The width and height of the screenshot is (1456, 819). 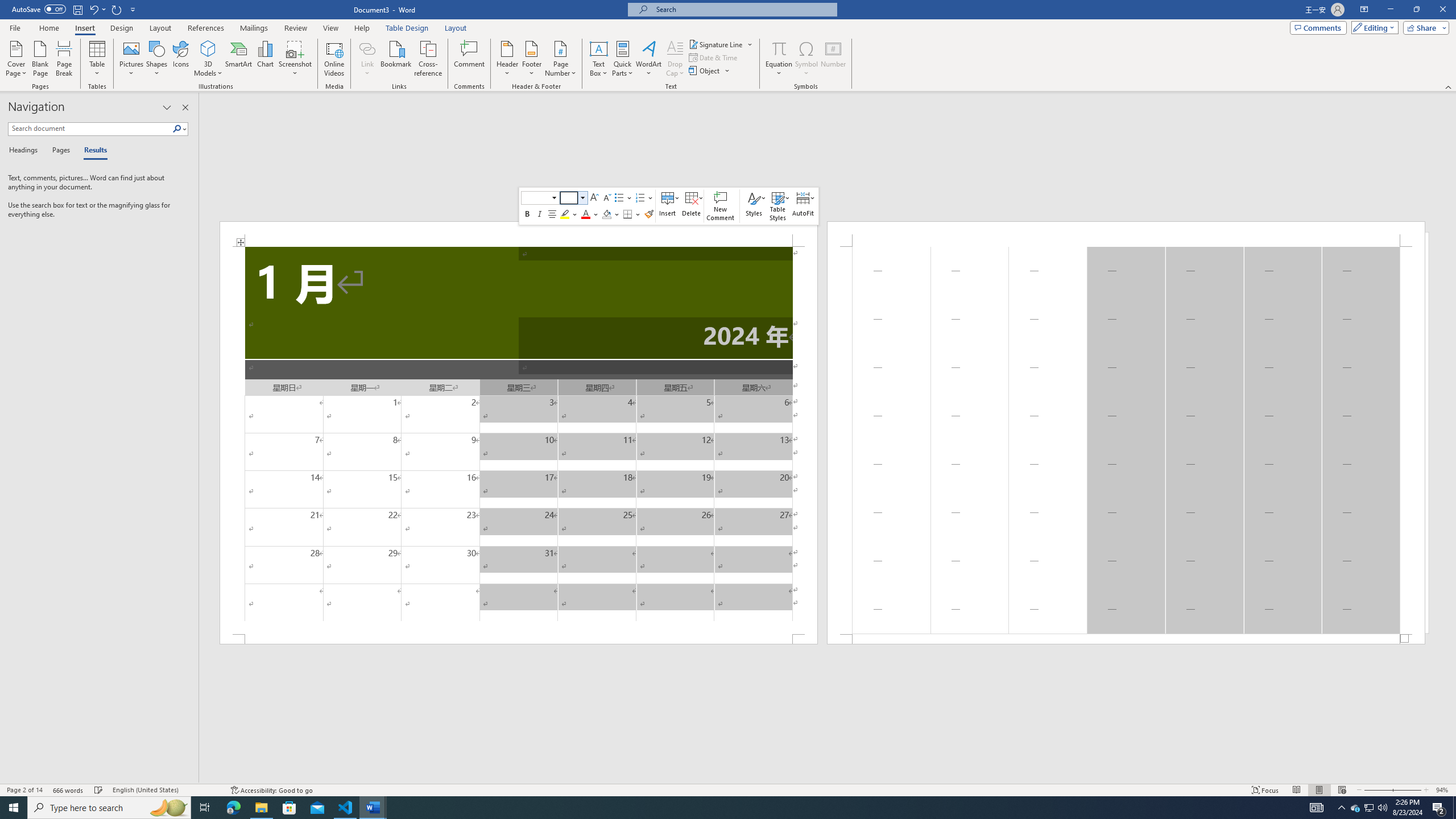 What do you see at coordinates (24, 790) in the screenshot?
I see `'Page Number Page 2 of 14'` at bounding box center [24, 790].